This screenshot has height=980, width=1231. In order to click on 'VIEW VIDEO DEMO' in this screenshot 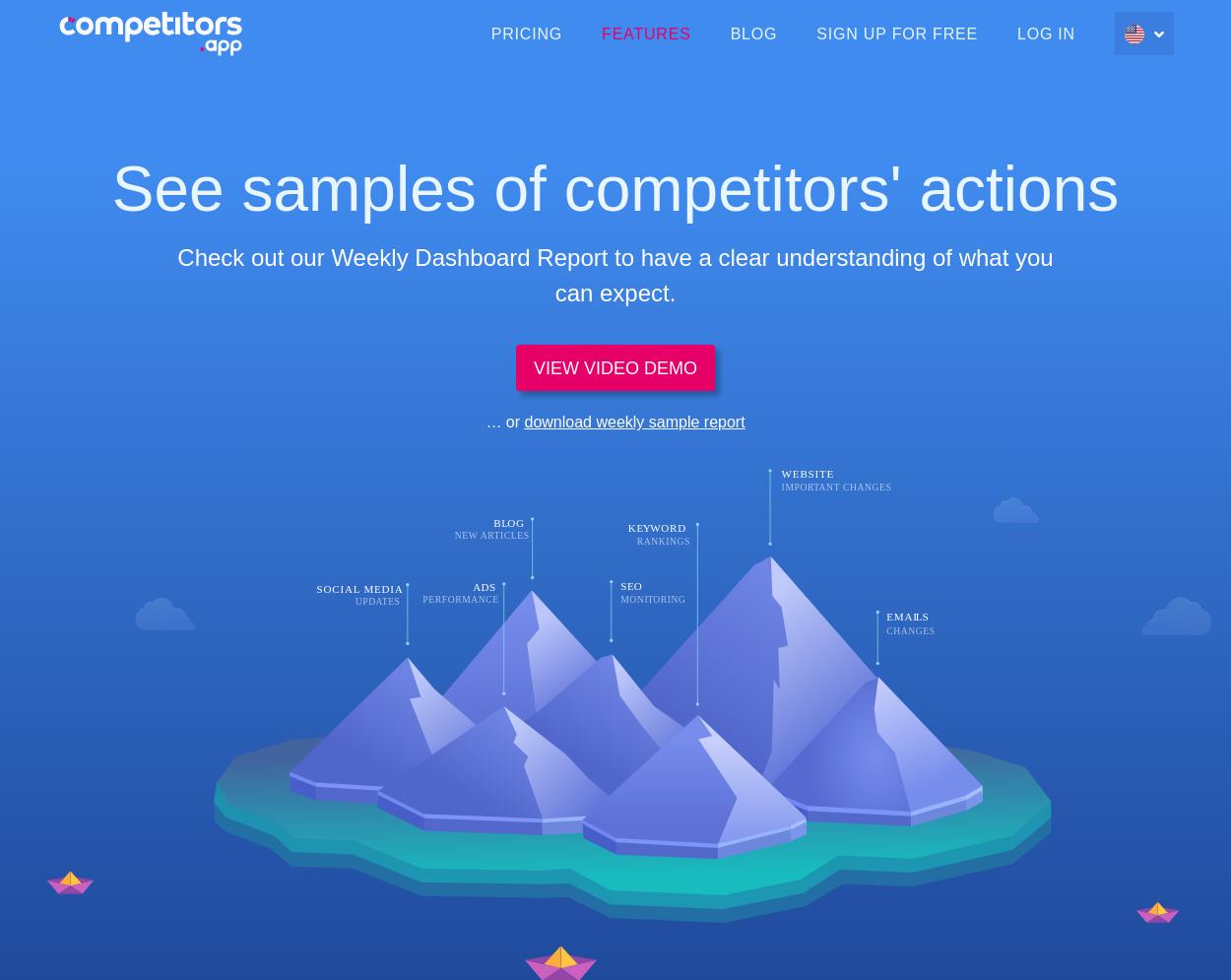, I will do `click(614, 366)`.